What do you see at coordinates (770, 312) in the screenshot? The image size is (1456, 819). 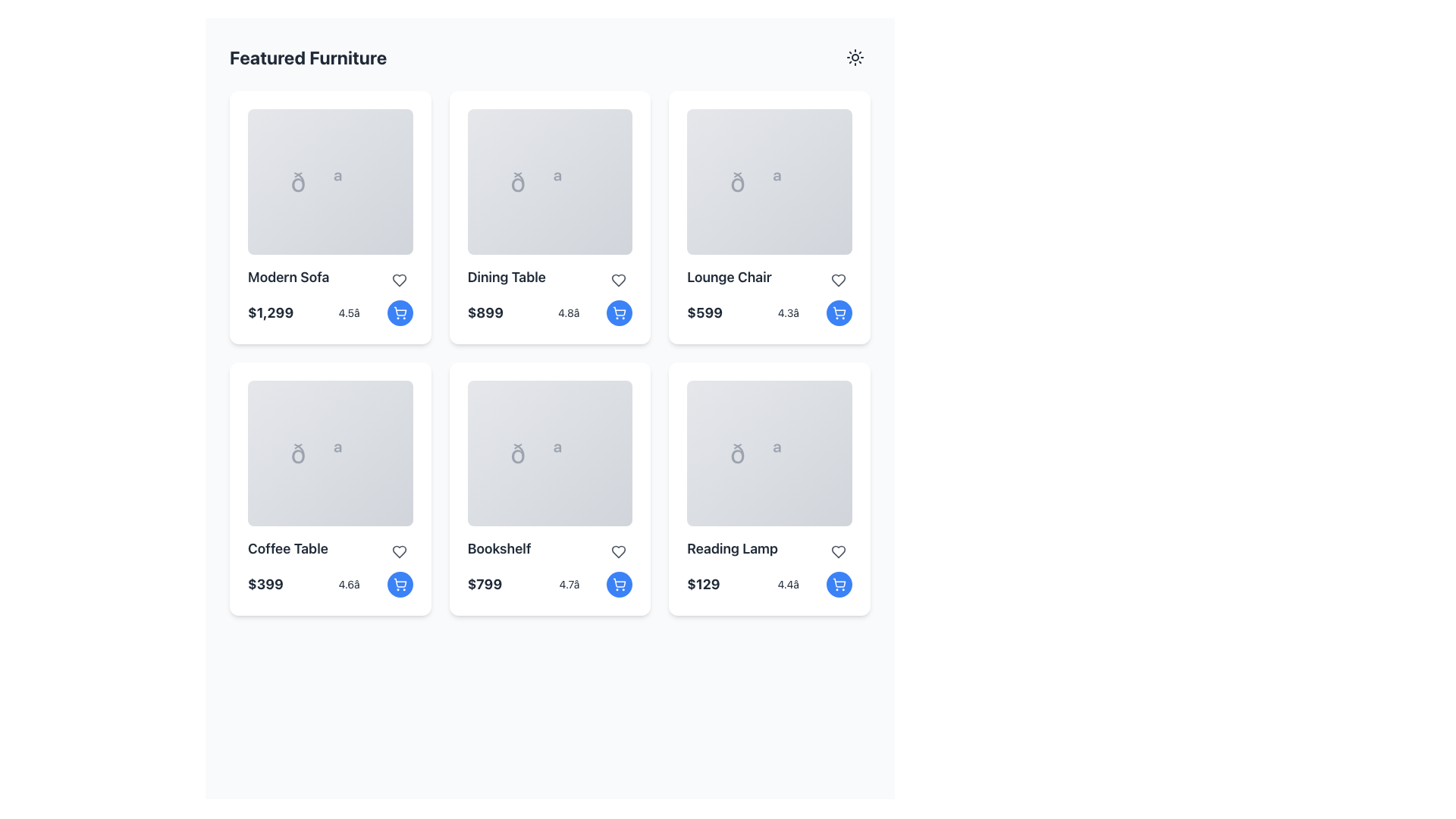 I see `the Combined textual display for price and rating of the Lounge Chair item, located at the bottom section of its card, just below the item name` at bounding box center [770, 312].